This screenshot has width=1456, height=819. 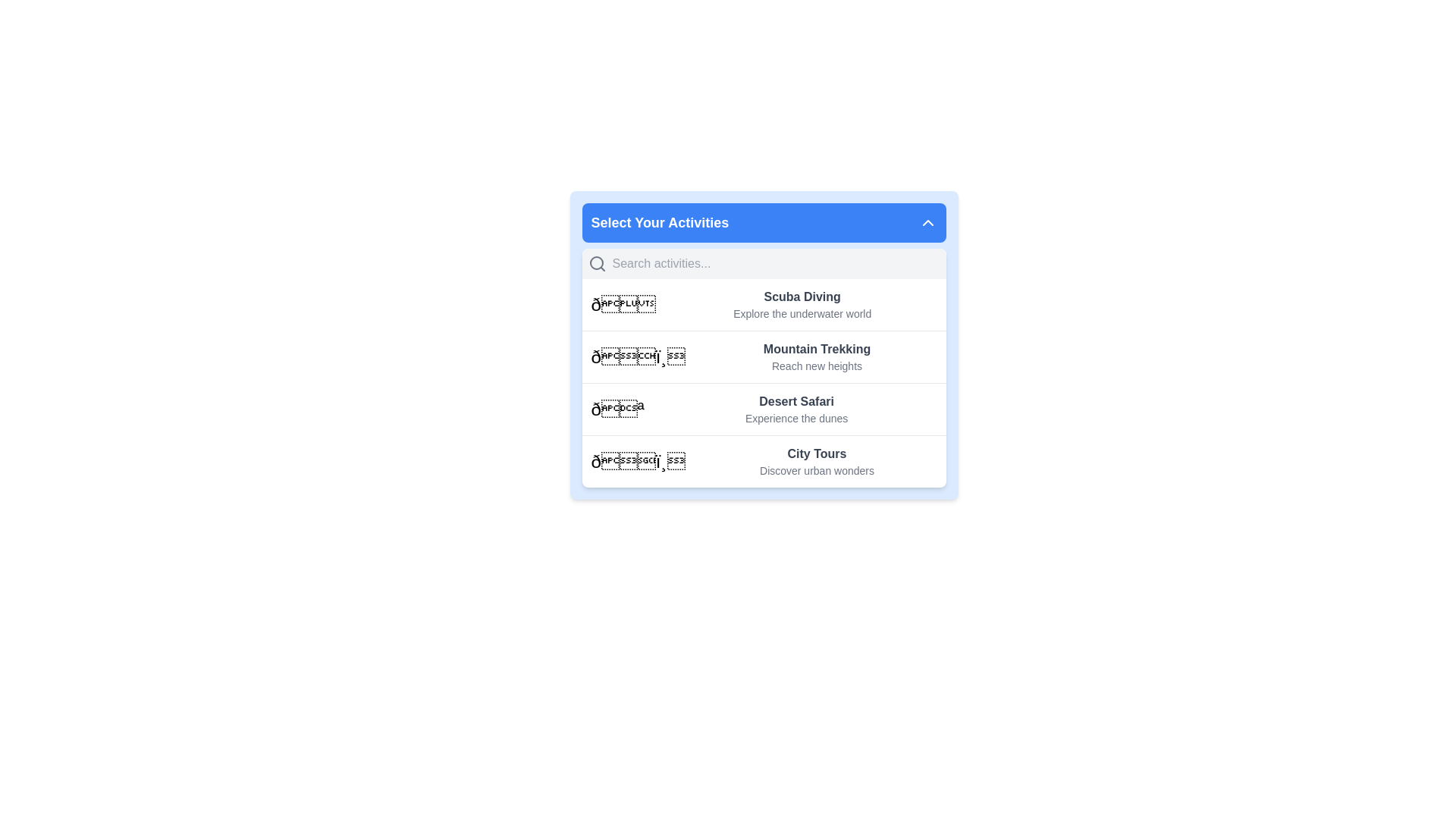 What do you see at coordinates (764, 304) in the screenshot?
I see `the first selectable menu item for 'Scuba Diving'` at bounding box center [764, 304].